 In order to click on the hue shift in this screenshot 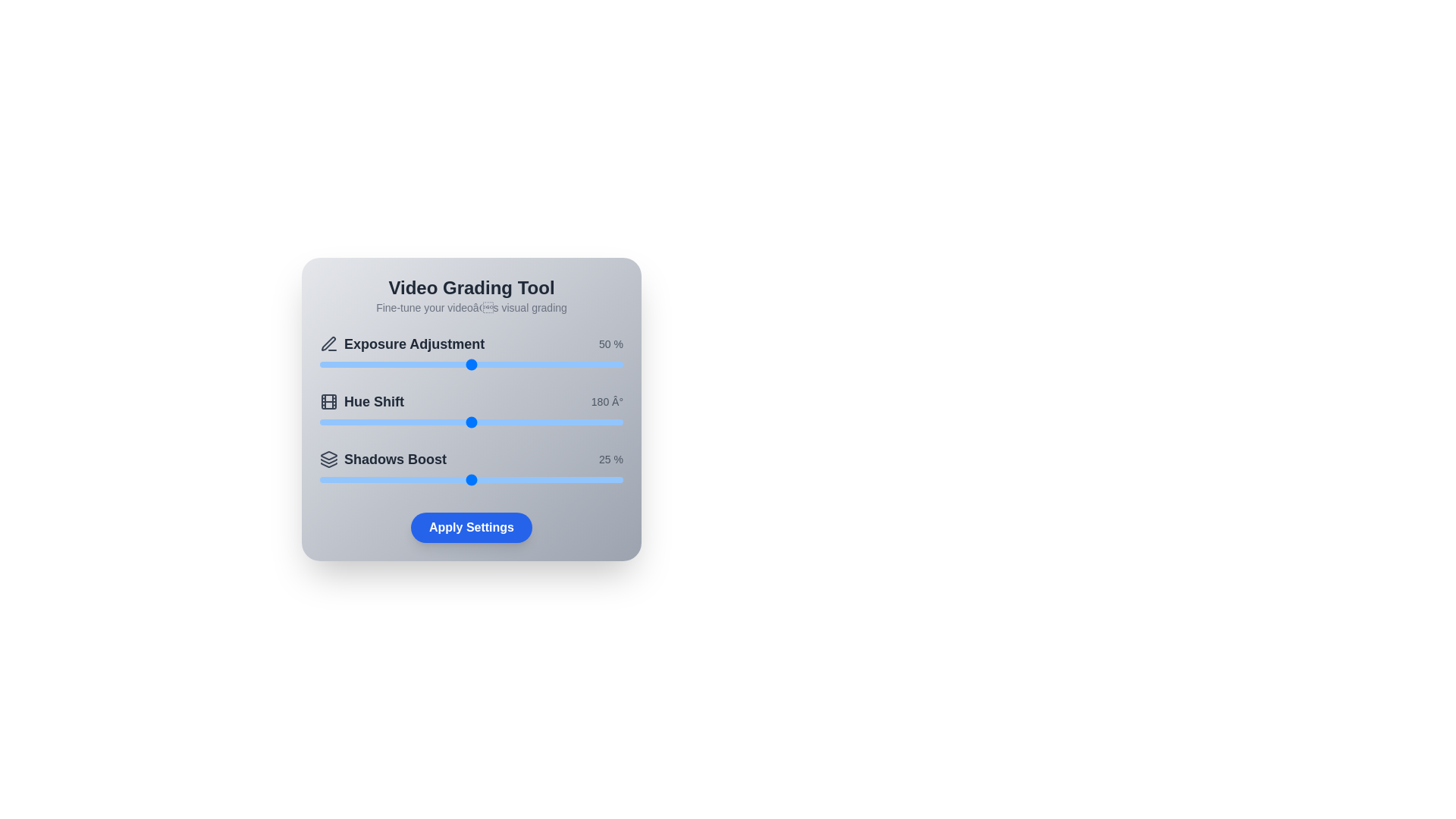, I will do `click(416, 422)`.